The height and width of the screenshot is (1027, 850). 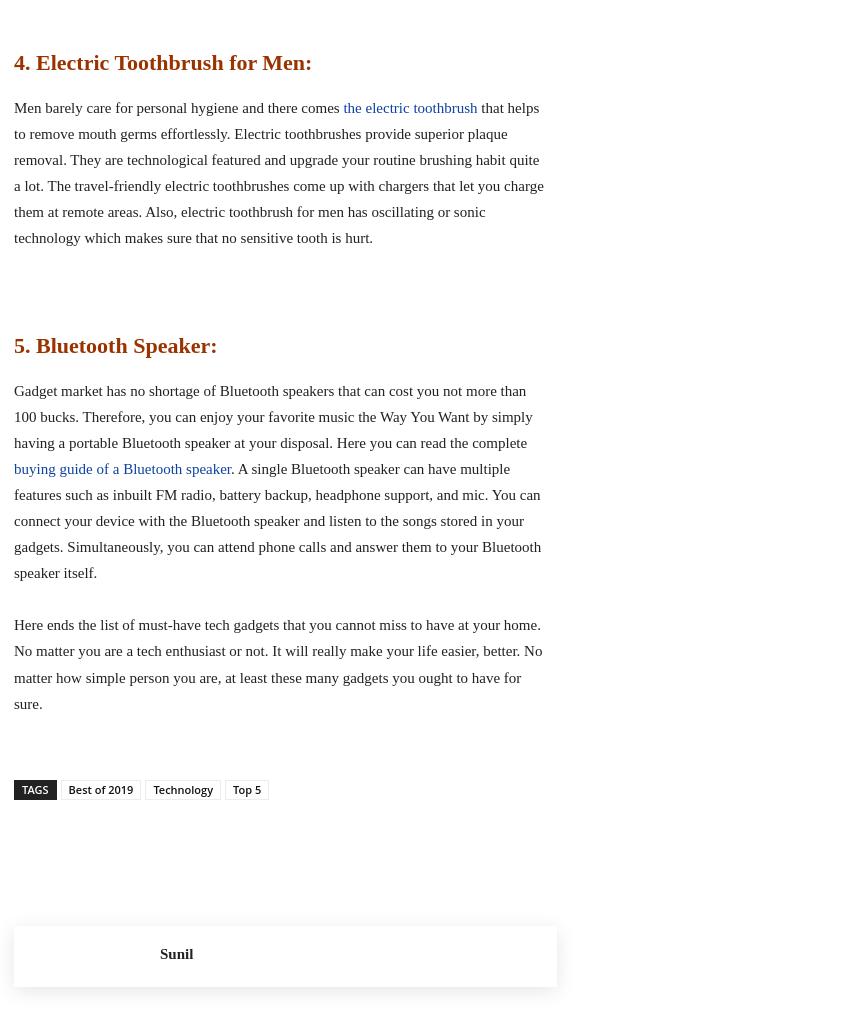 What do you see at coordinates (470, 841) in the screenshot?
I see `'Twitter'` at bounding box center [470, 841].